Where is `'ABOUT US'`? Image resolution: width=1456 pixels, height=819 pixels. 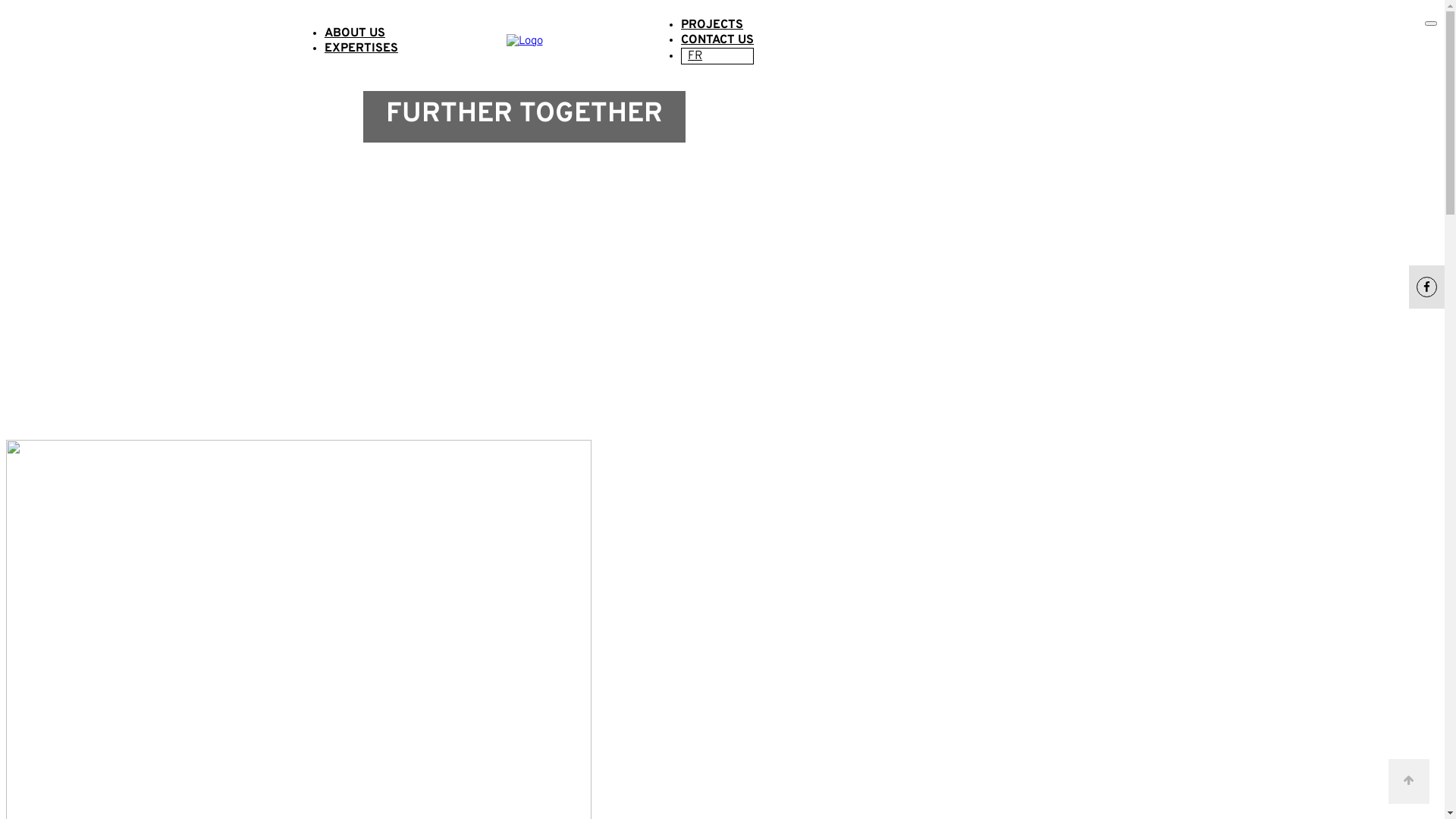
'ABOUT US' is located at coordinates (323, 33).